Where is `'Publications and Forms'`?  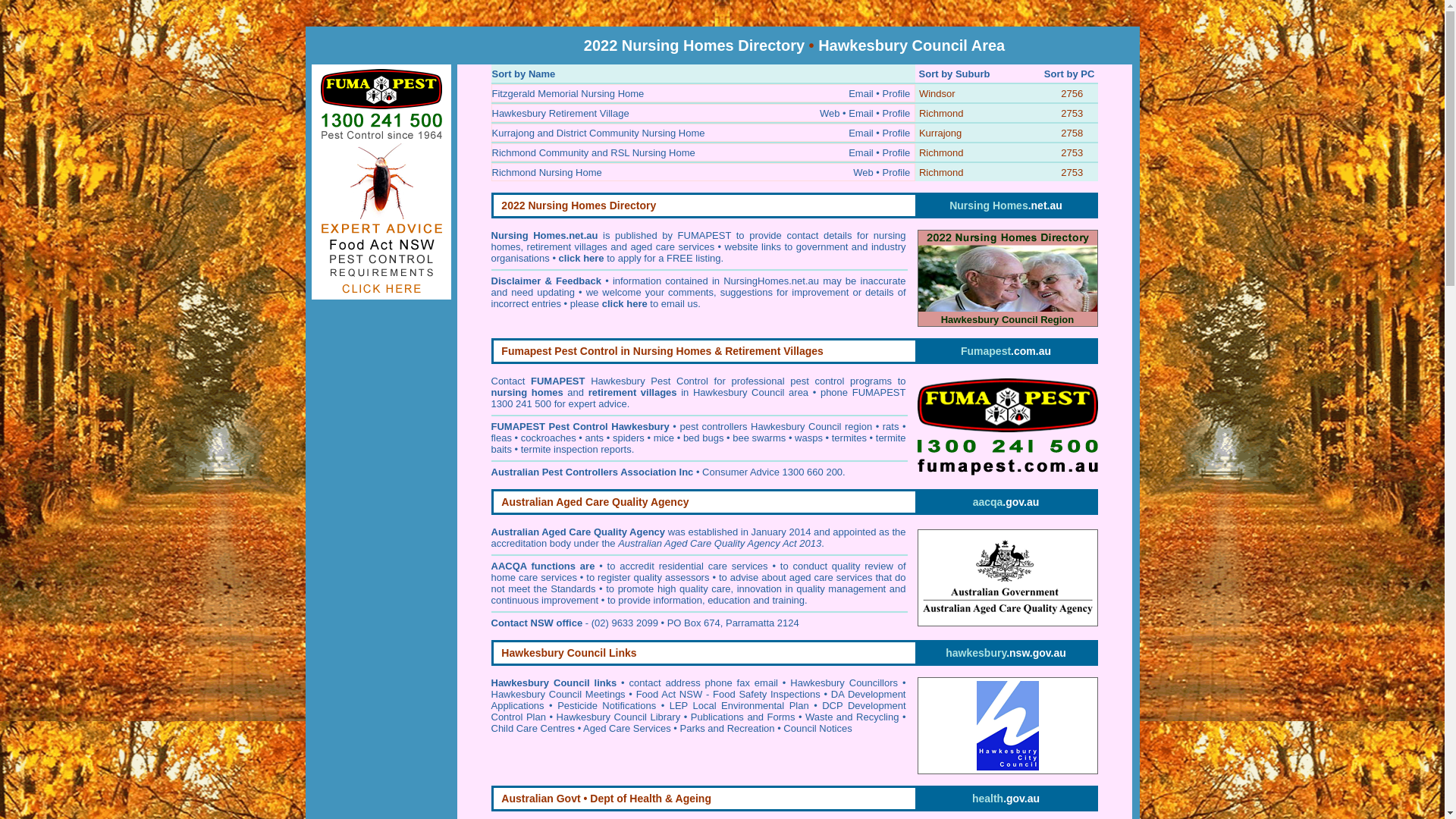 'Publications and Forms' is located at coordinates (742, 717).